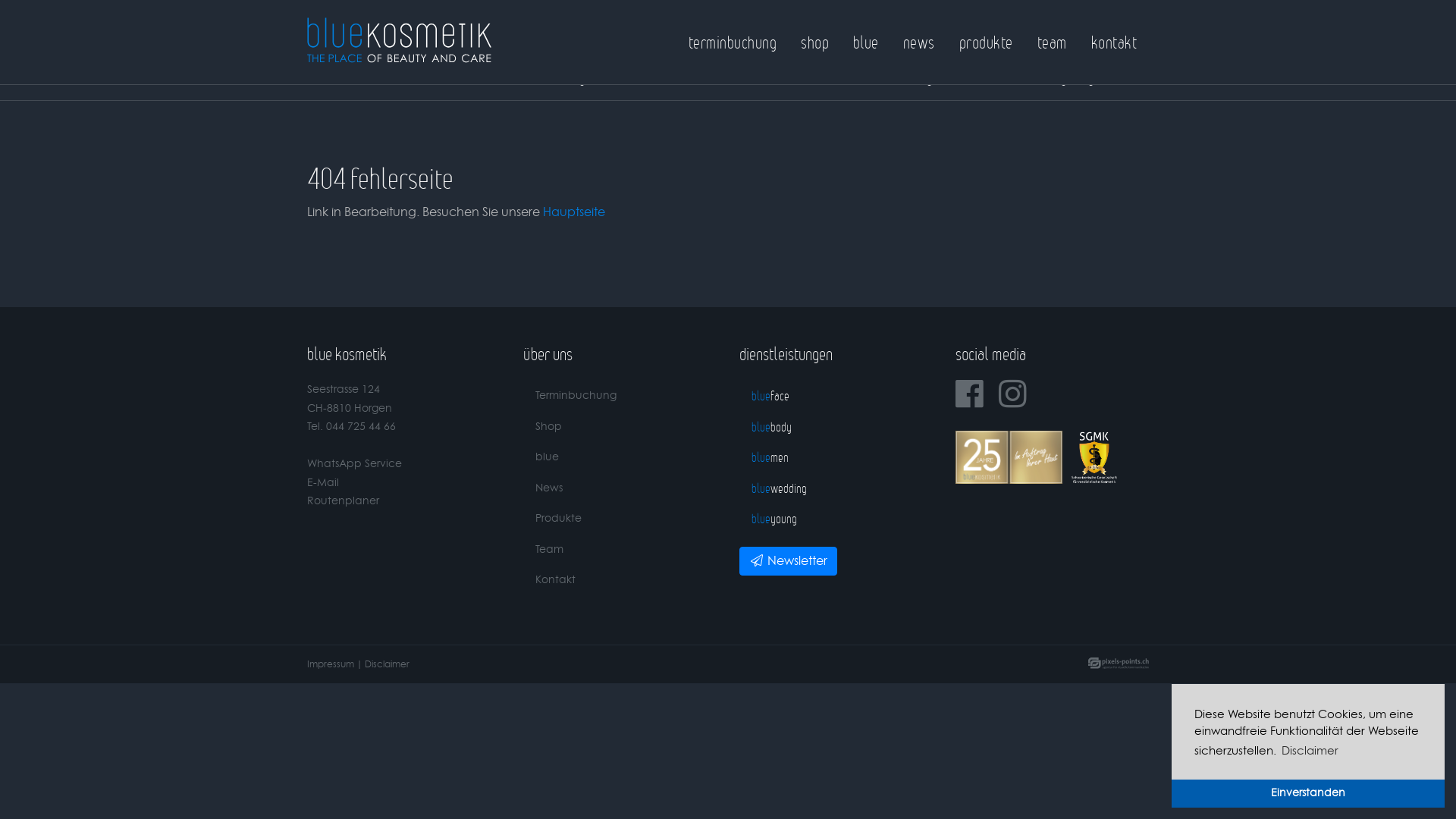 The image size is (1456, 819). What do you see at coordinates (306, 463) in the screenshot?
I see `'WhatsApp Service'` at bounding box center [306, 463].